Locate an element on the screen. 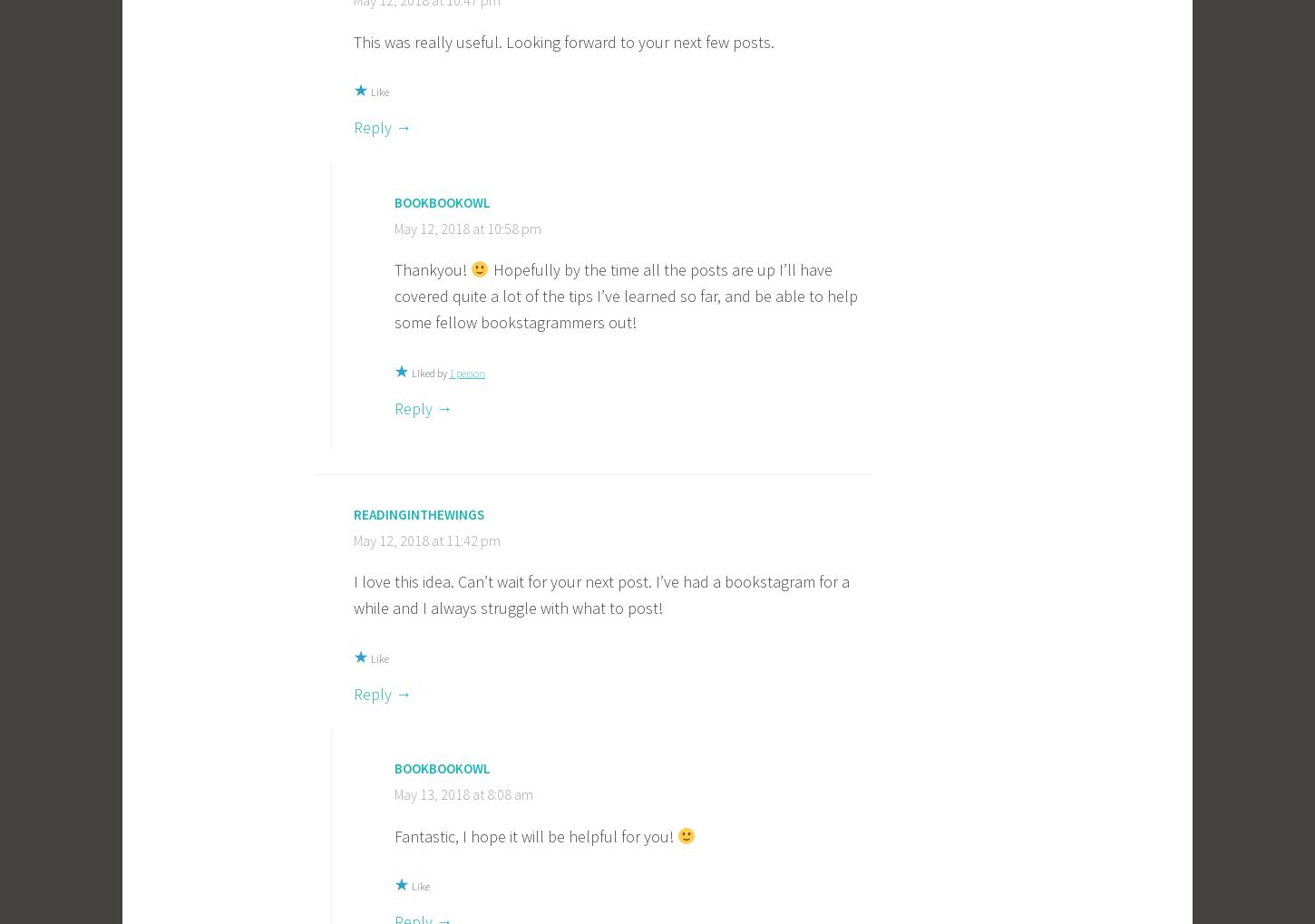  'This was really useful. Looking forward to your next few posts.' is located at coordinates (563, 40).